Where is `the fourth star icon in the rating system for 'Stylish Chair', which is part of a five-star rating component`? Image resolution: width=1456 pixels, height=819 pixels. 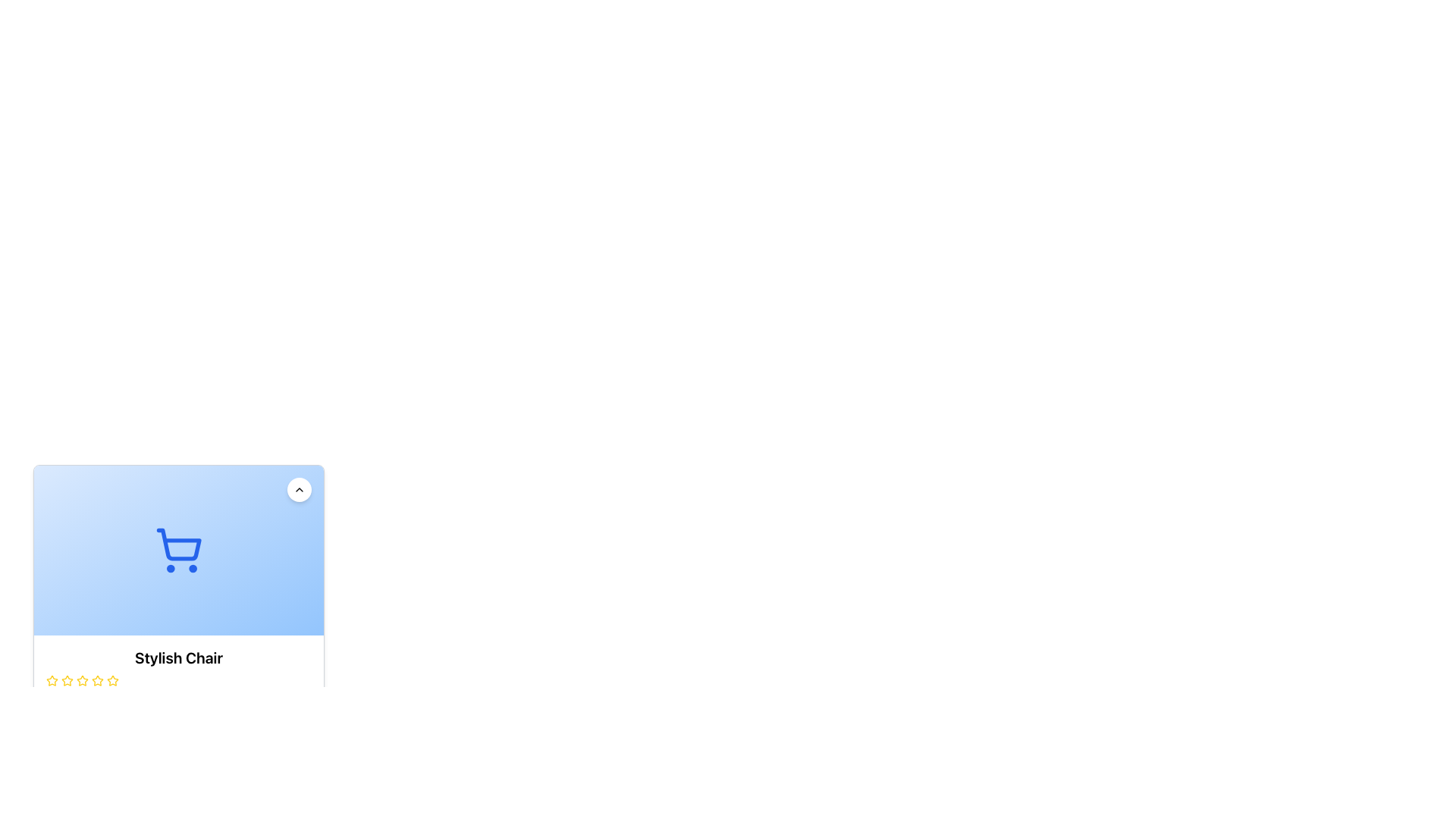 the fourth star icon in the rating system for 'Stylish Chair', which is part of a five-star rating component is located at coordinates (111, 679).